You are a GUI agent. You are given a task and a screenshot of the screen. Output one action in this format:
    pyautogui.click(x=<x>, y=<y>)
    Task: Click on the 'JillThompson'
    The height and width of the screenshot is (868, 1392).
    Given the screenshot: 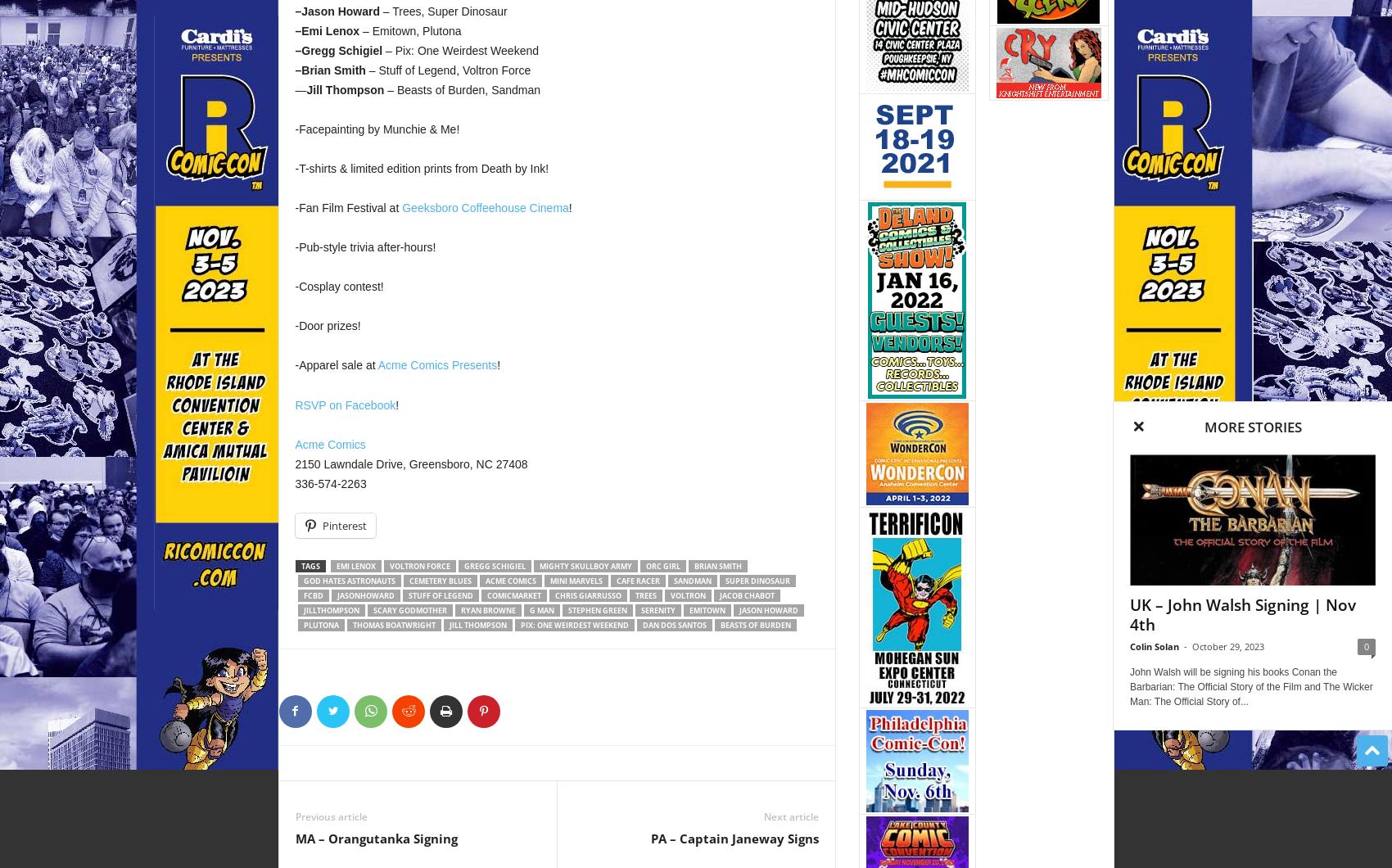 What is the action you would take?
    pyautogui.click(x=329, y=608)
    